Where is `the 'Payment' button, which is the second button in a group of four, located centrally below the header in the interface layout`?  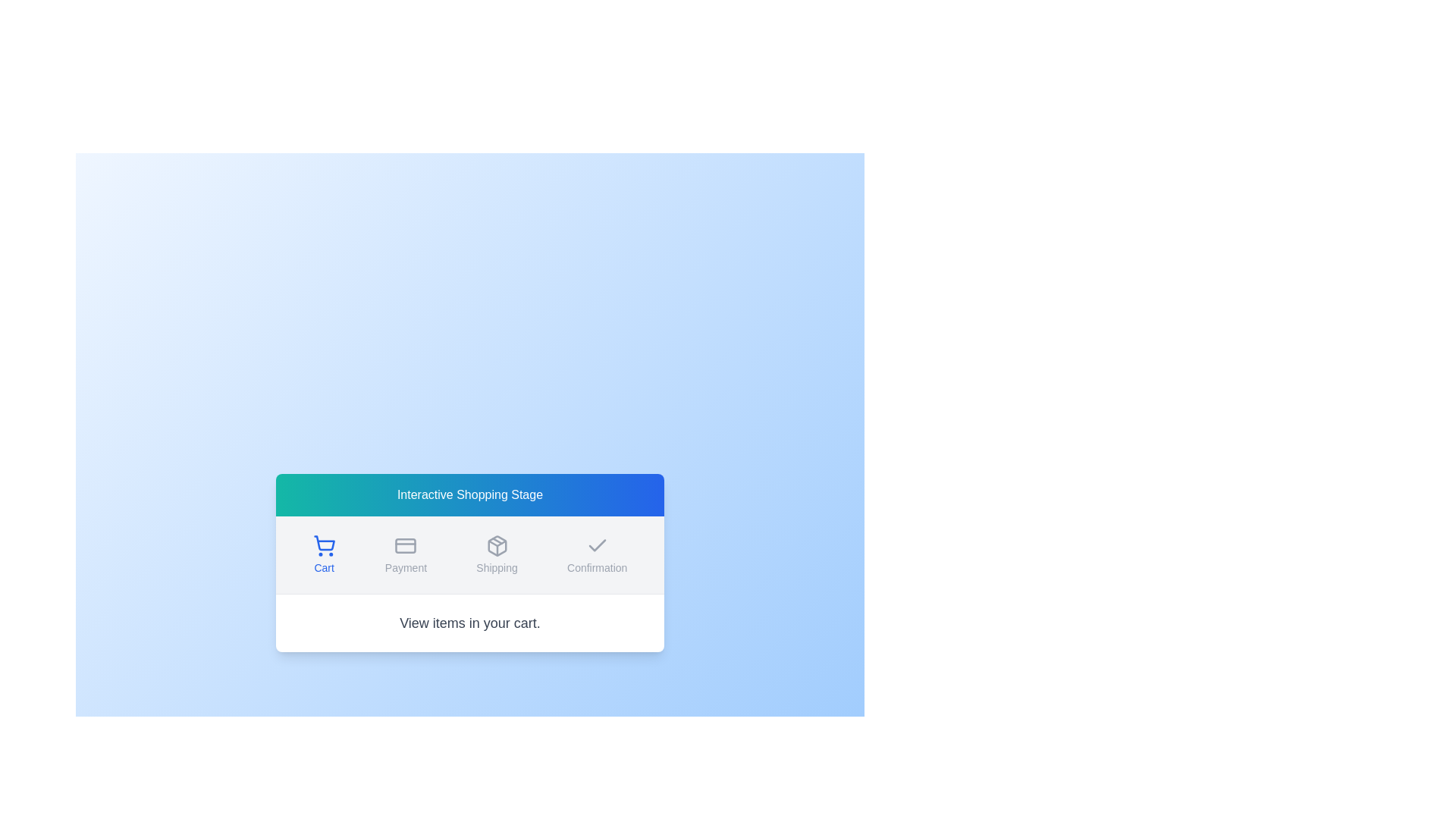
the 'Payment' button, which is the second button in a group of four, located centrally below the header in the interface layout is located at coordinates (405, 554).